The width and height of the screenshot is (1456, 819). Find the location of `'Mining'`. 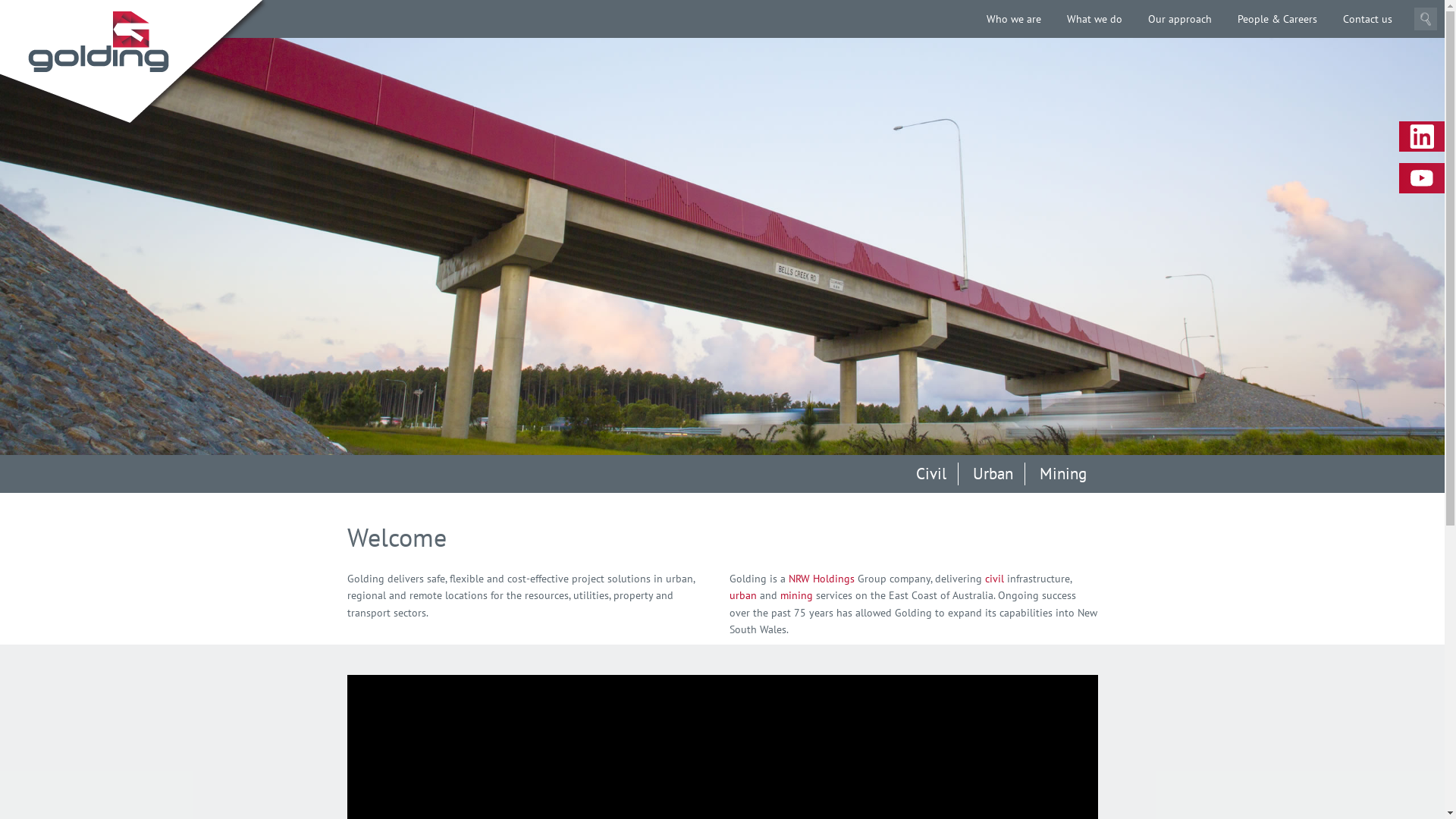

'Mining' is located at coordinates (1062, 472).